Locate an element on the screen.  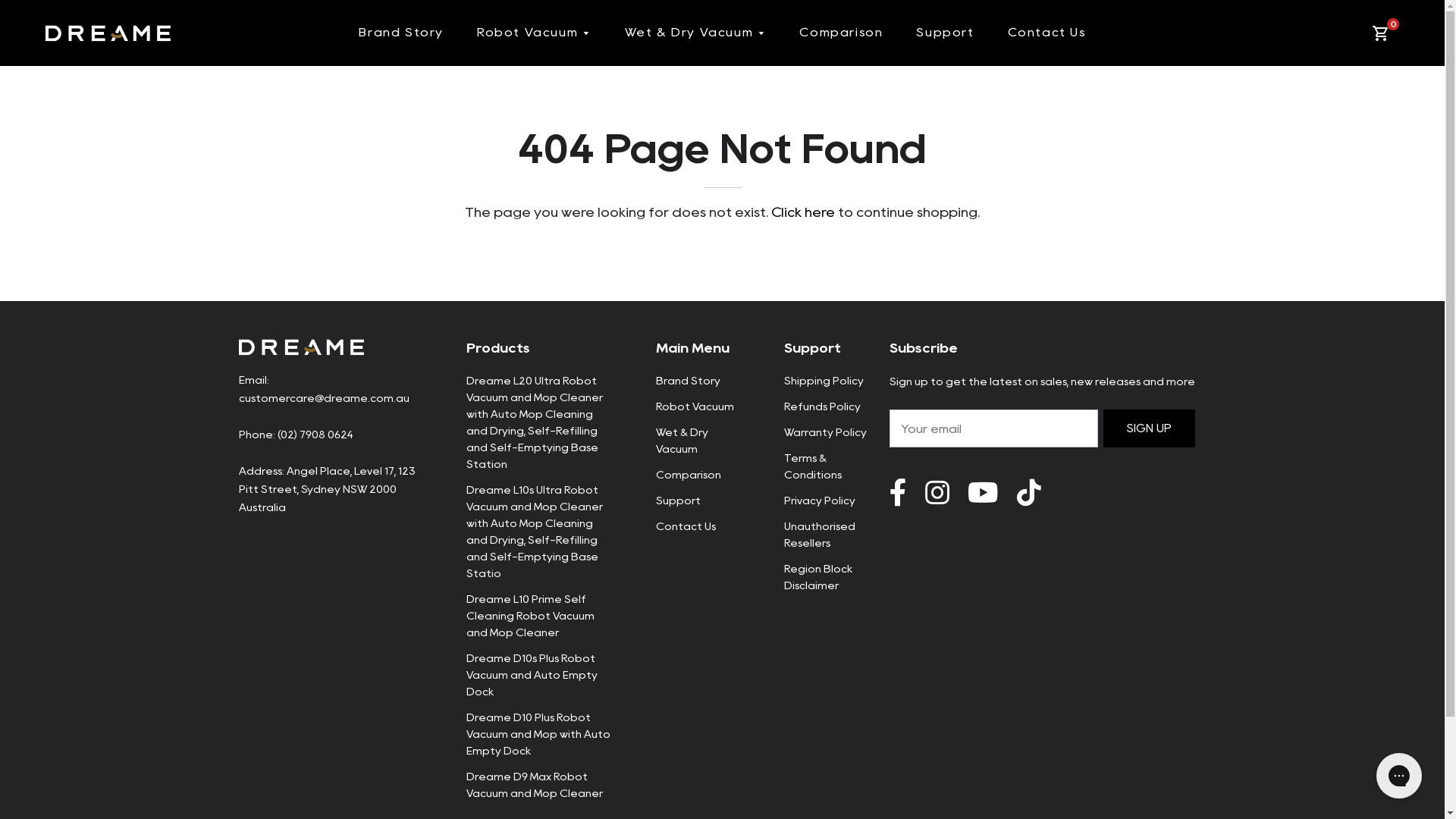
'Dreame Technology Australia on Facebook' is located at coordinates (897, 493).